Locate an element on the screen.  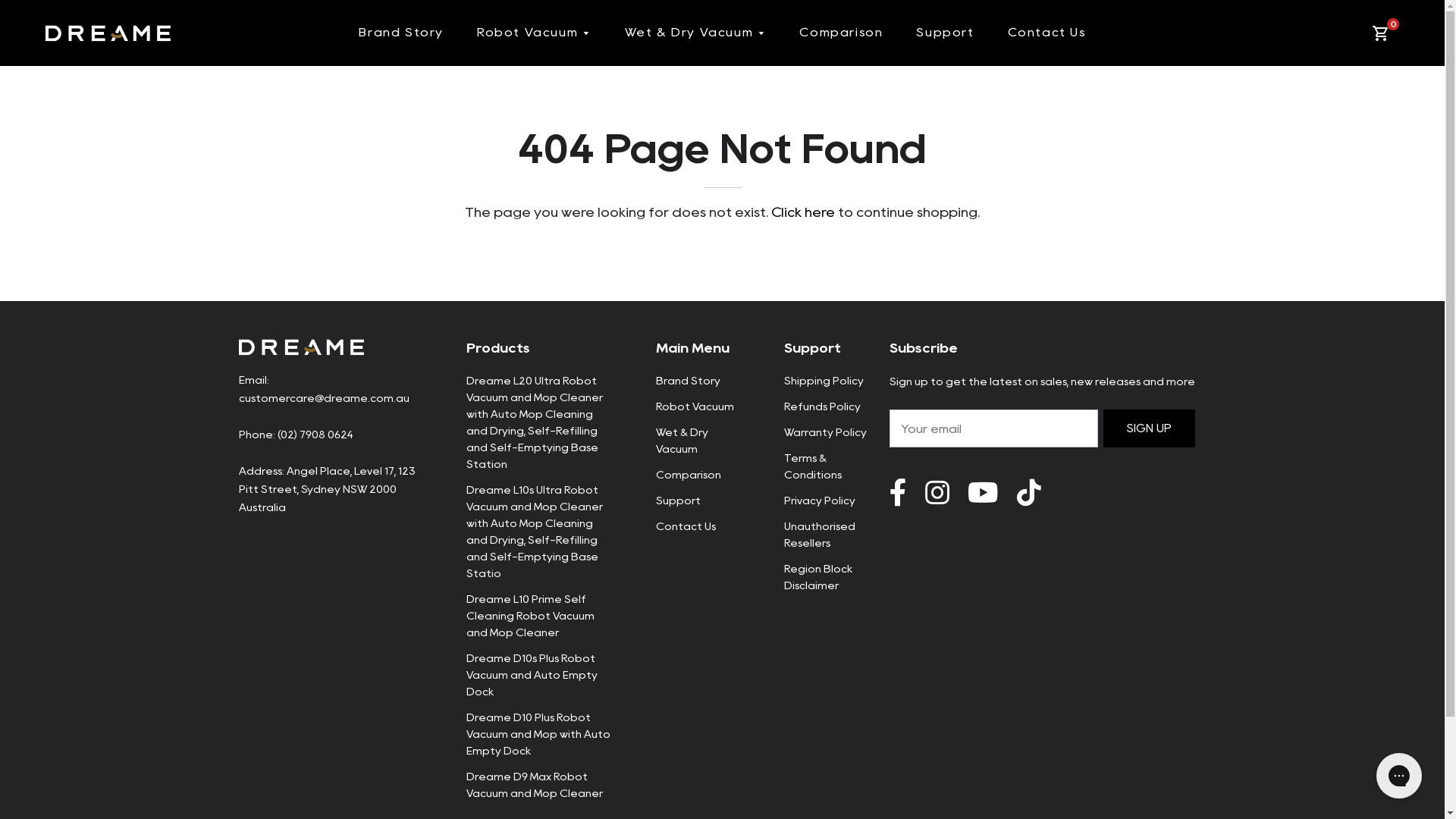
'Dreame Technology Australia on Facebook' is located at coordinates (897, 493).